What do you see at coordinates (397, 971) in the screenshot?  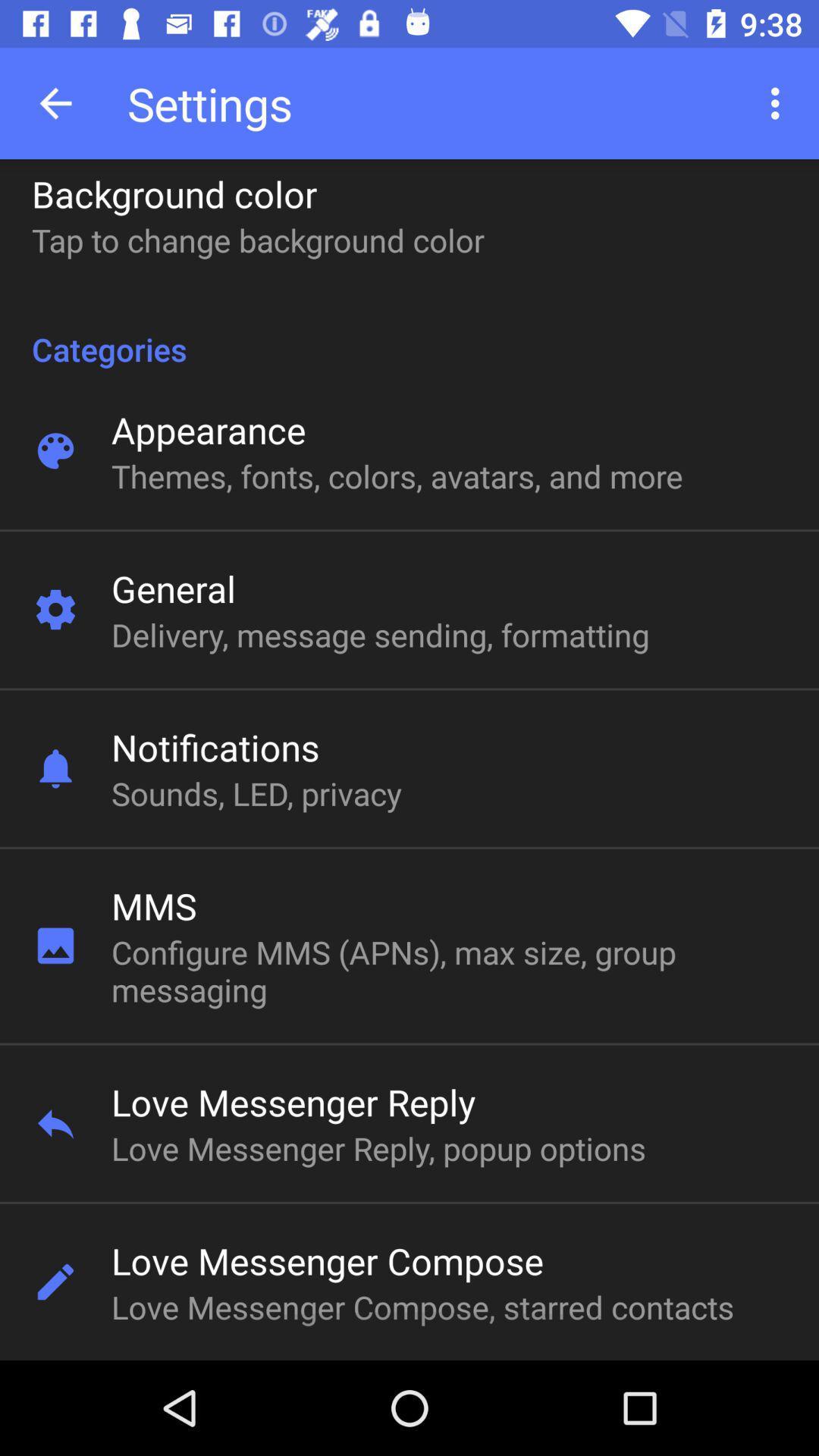 I see `the item below the mms` at bounding box center [397, 971].